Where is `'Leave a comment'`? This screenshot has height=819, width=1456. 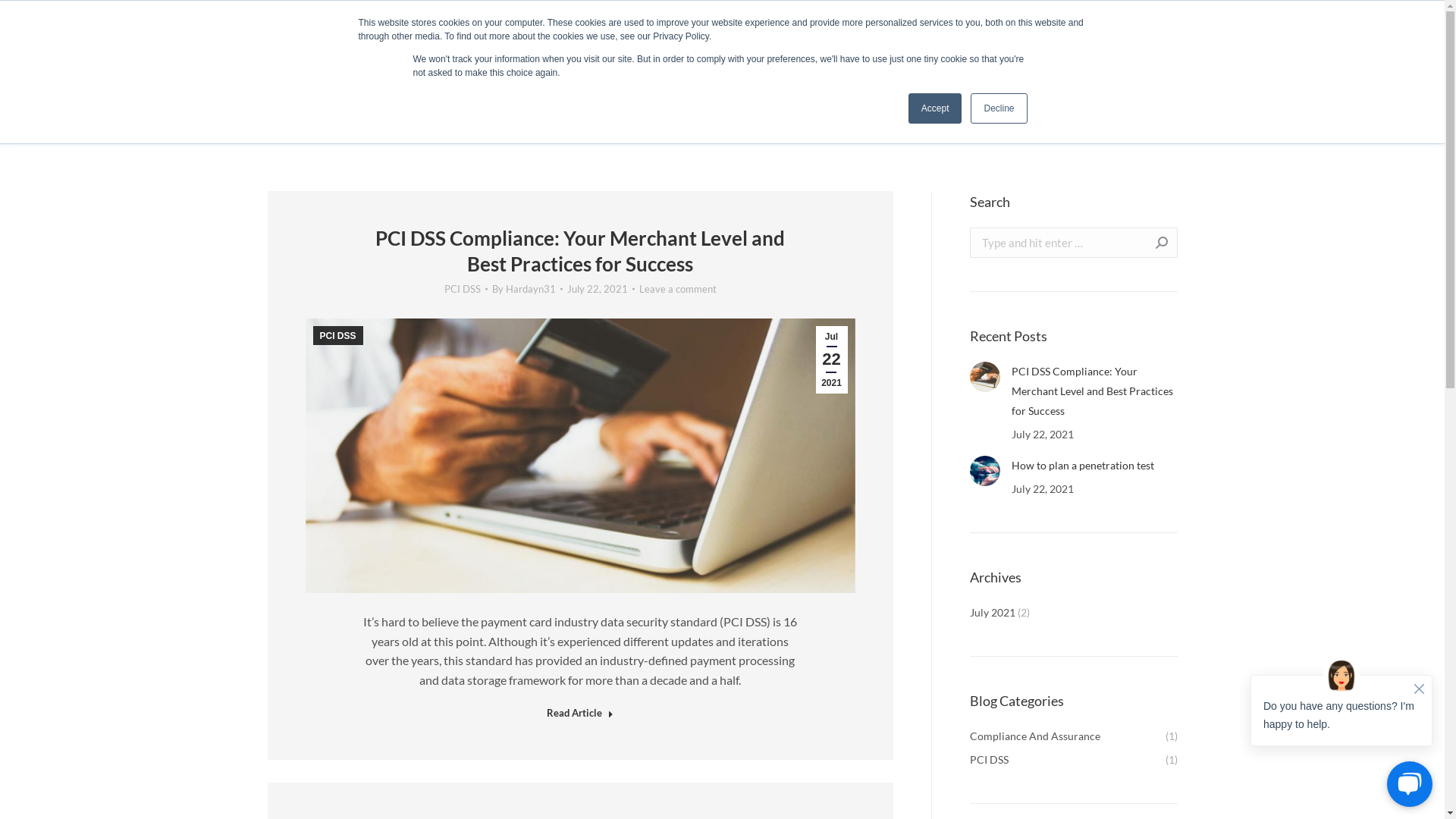 'Leave a comment' is located at coordinates (638, 289).